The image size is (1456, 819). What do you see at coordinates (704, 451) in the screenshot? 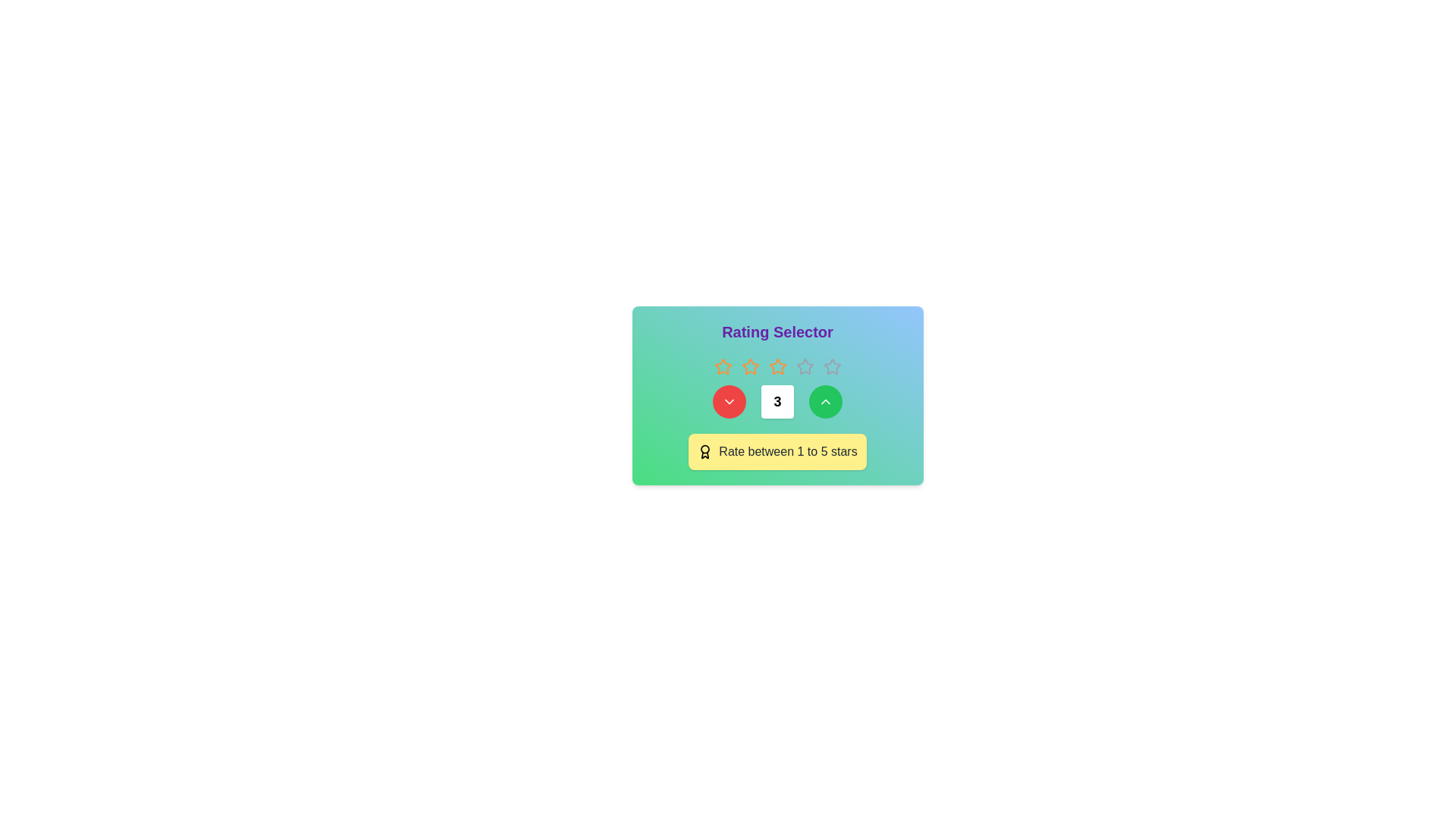
I see `the award ribbon icon located on the left side of the yellow rectangular background, adjacent to the 'Rate between 1 to 5 stars' text` at bounding box center [704, 451].